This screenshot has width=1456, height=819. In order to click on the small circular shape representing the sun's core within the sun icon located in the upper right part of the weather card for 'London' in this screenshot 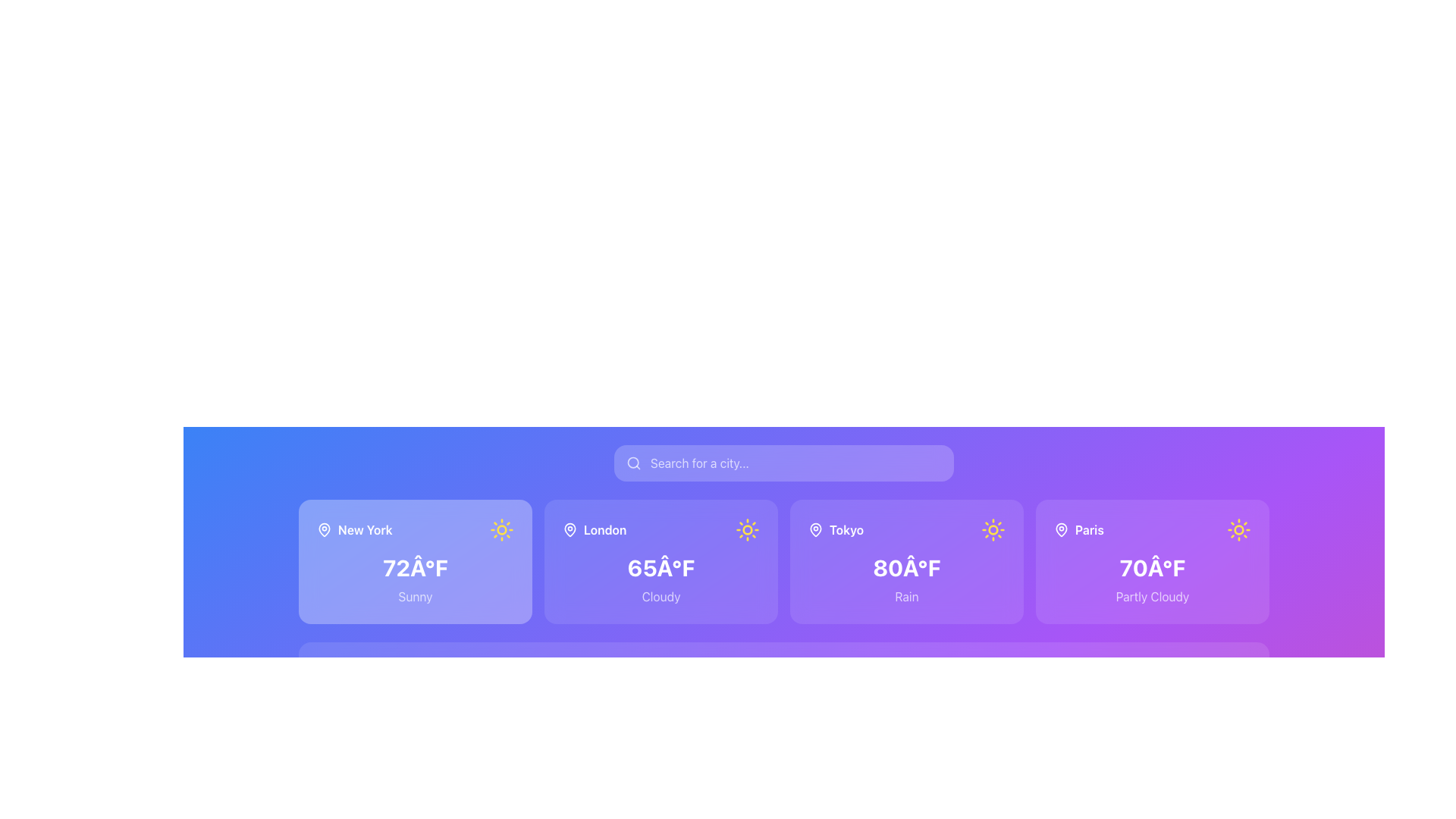, I will do `click(747, 529)`.